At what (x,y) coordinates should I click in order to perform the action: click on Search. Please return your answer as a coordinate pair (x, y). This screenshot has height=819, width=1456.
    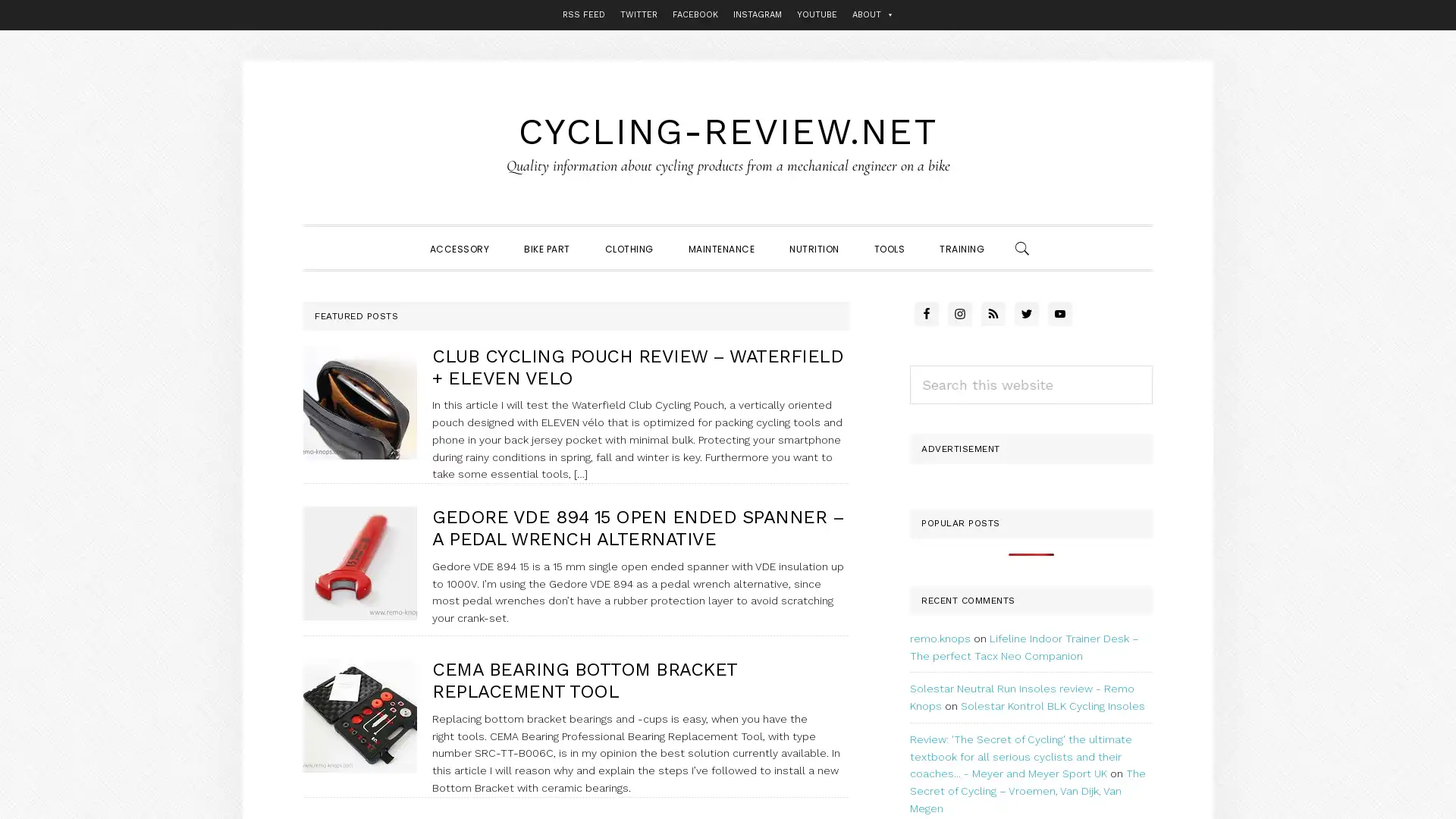
    Looking at the image, I should click on (1152, 364).